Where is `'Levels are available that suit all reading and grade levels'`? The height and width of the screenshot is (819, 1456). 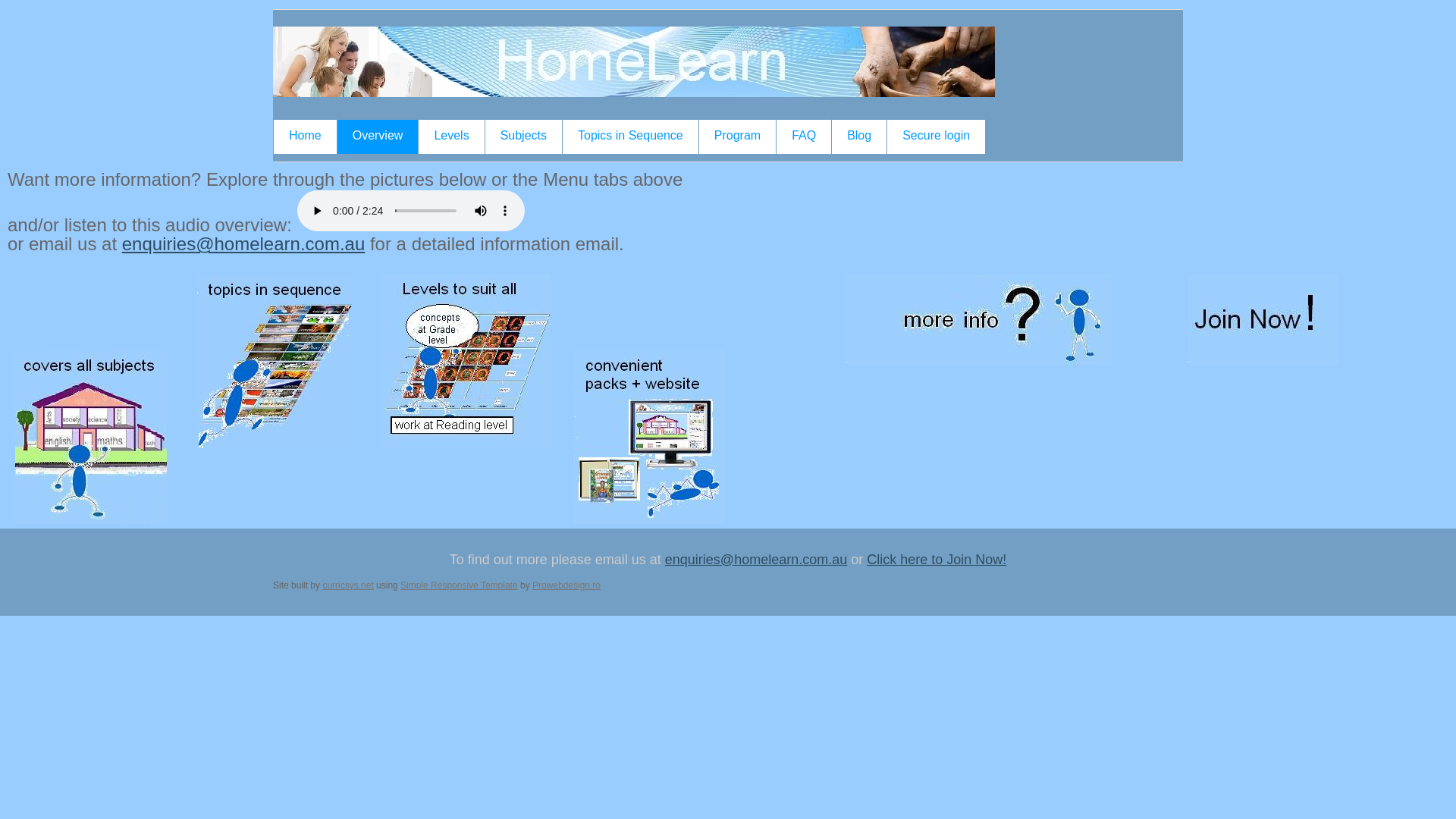 'Levels are available that suit all reading and grade levels' is located at coordinates (382, 360).